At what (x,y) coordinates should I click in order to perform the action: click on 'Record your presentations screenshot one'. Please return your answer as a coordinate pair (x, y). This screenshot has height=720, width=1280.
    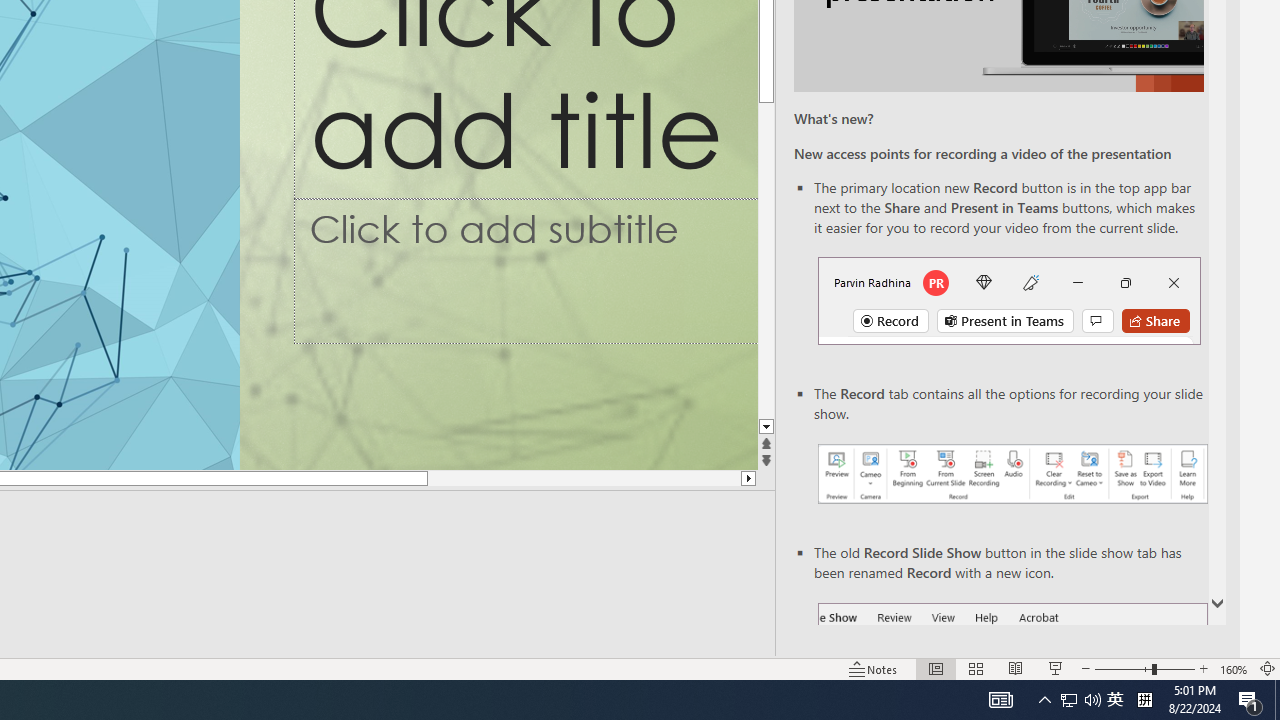
    Looking at the image, I should click on (1013, 474).